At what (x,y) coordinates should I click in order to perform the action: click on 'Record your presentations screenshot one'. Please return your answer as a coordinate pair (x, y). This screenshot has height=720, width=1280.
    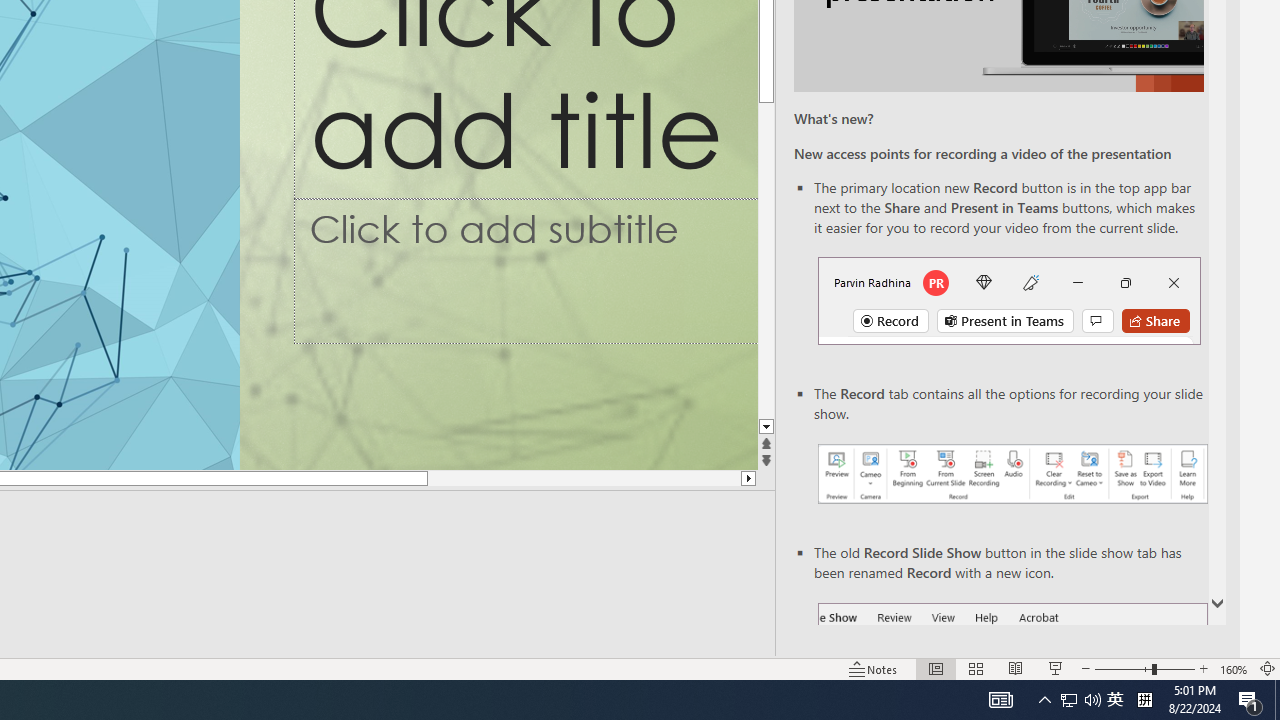
    Looking at the image, I should click on (1013, 474).